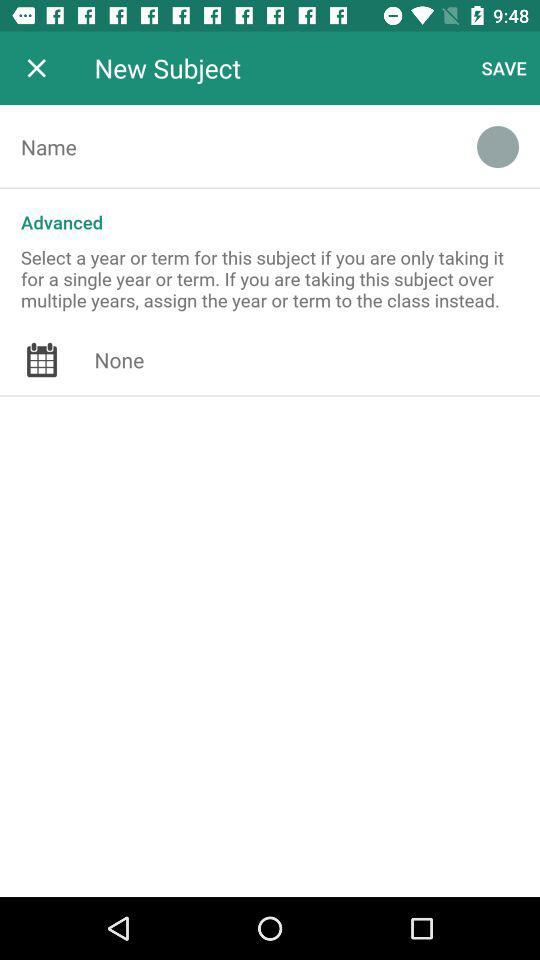 The height and width of the screenshot is (960, 540). What do you see at coordinates (496, 145) in the screenshot?
I see `the item below save icon` at bounding box center [496, 145].